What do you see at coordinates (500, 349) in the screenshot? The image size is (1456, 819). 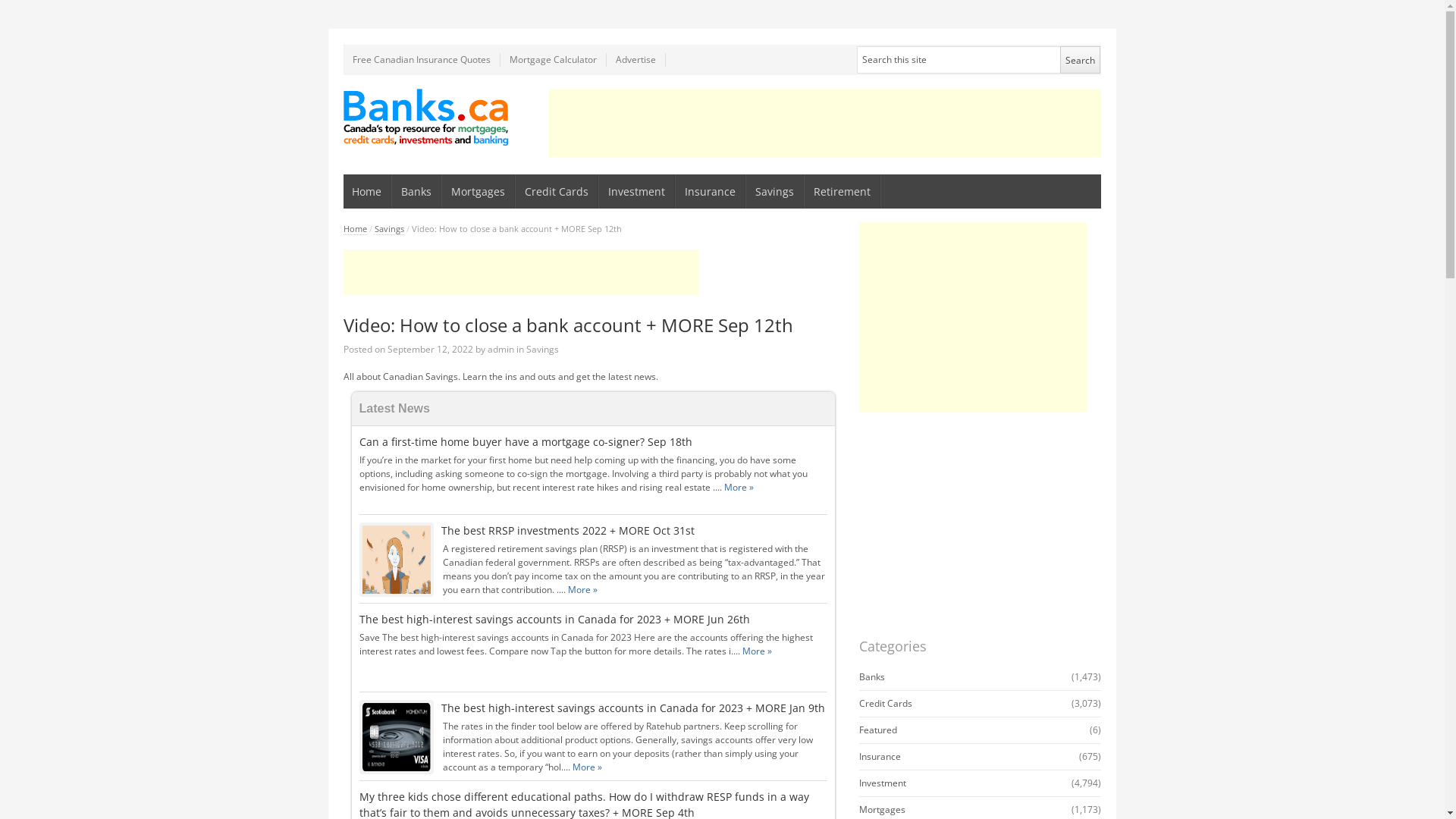 I see `'admin'` at bounding box center [500, 349].